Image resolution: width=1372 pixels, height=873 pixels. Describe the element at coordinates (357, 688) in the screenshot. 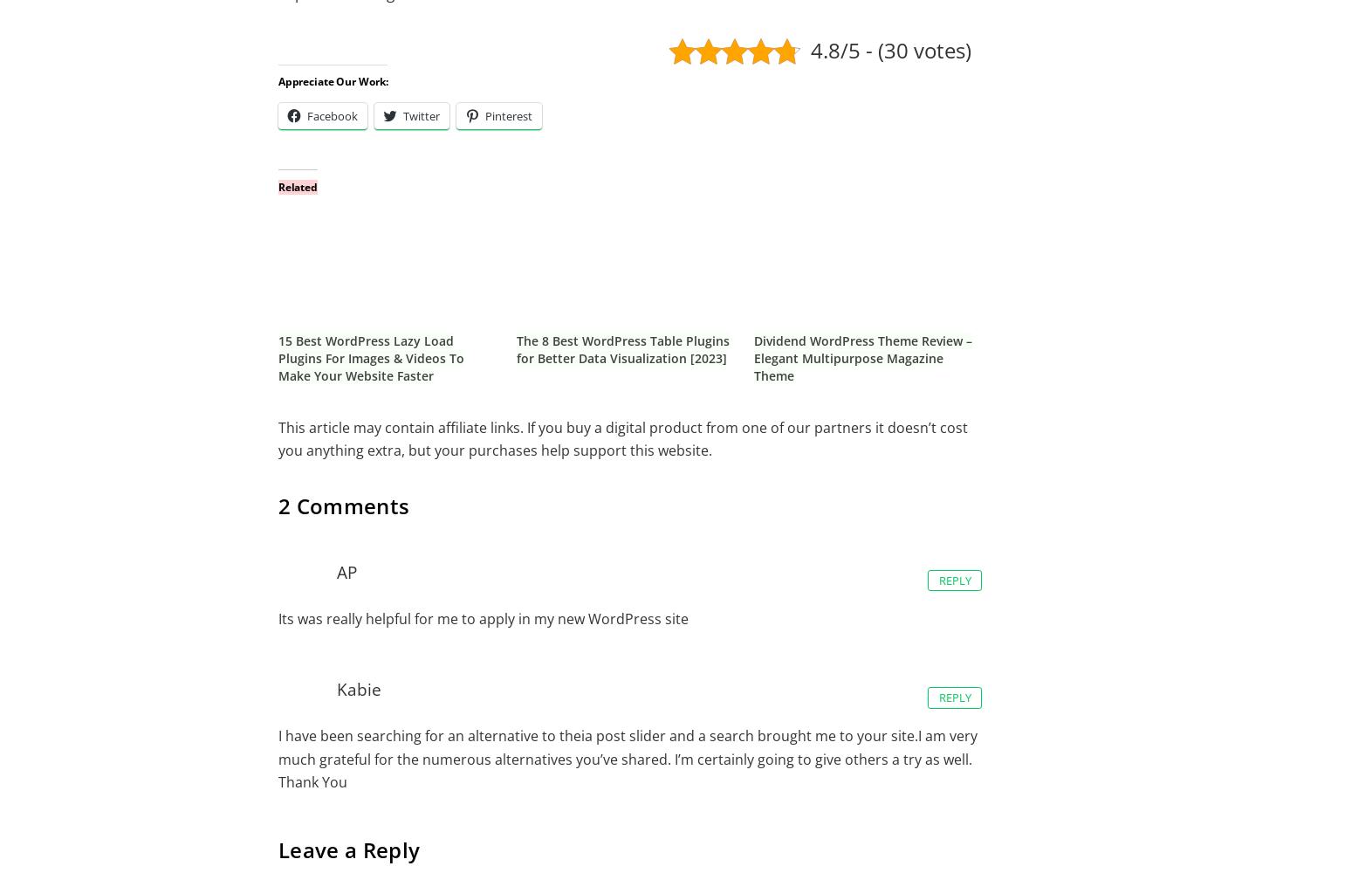

I see `'Kabie'` at that location.